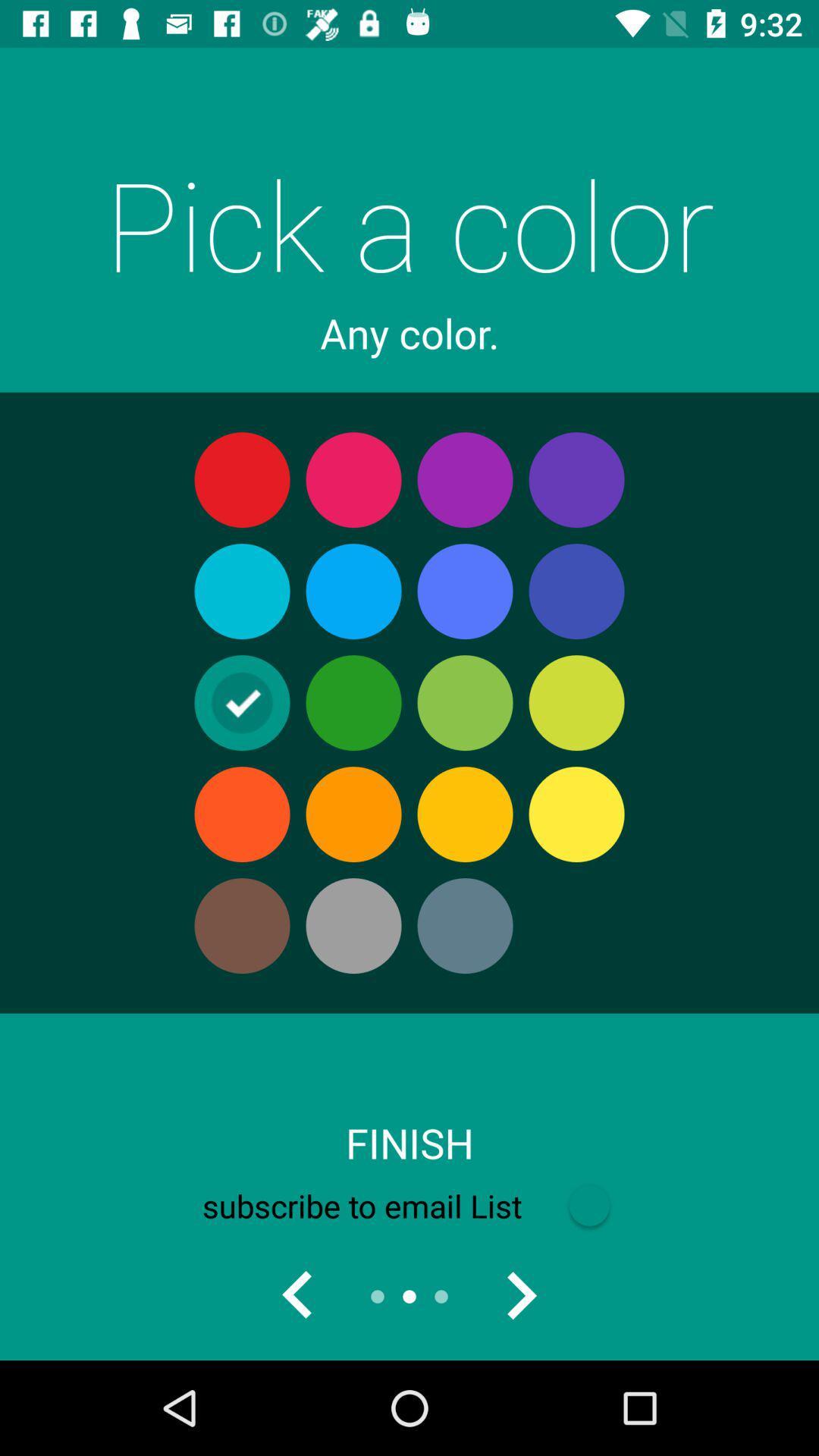 This screenshot has width=819, height=1456. I want to click on left most green color is checked, so click(298, 1295).